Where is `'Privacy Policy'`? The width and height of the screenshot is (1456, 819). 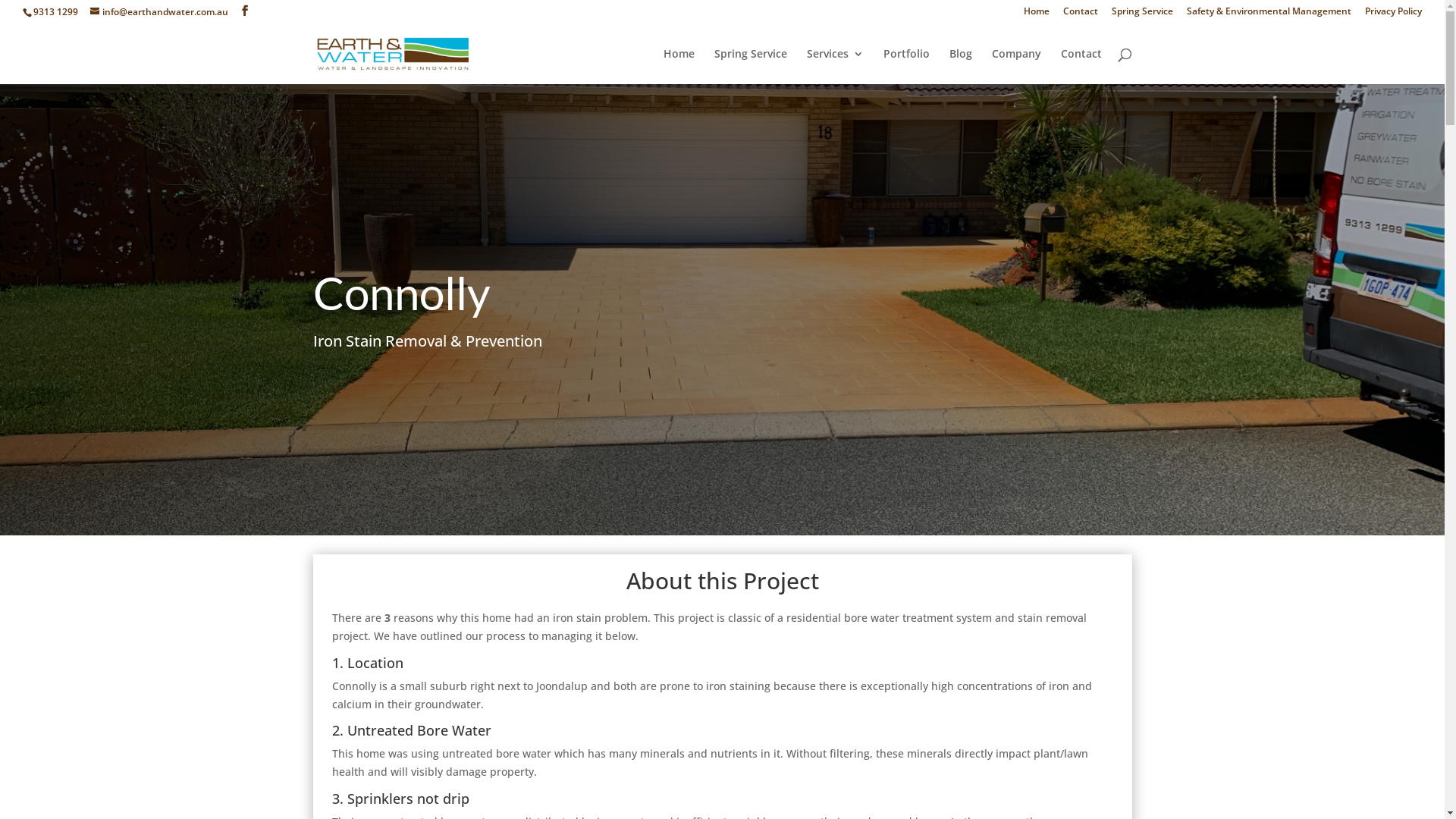
'Privacy Policy' is located at coordinates (1393, 14).